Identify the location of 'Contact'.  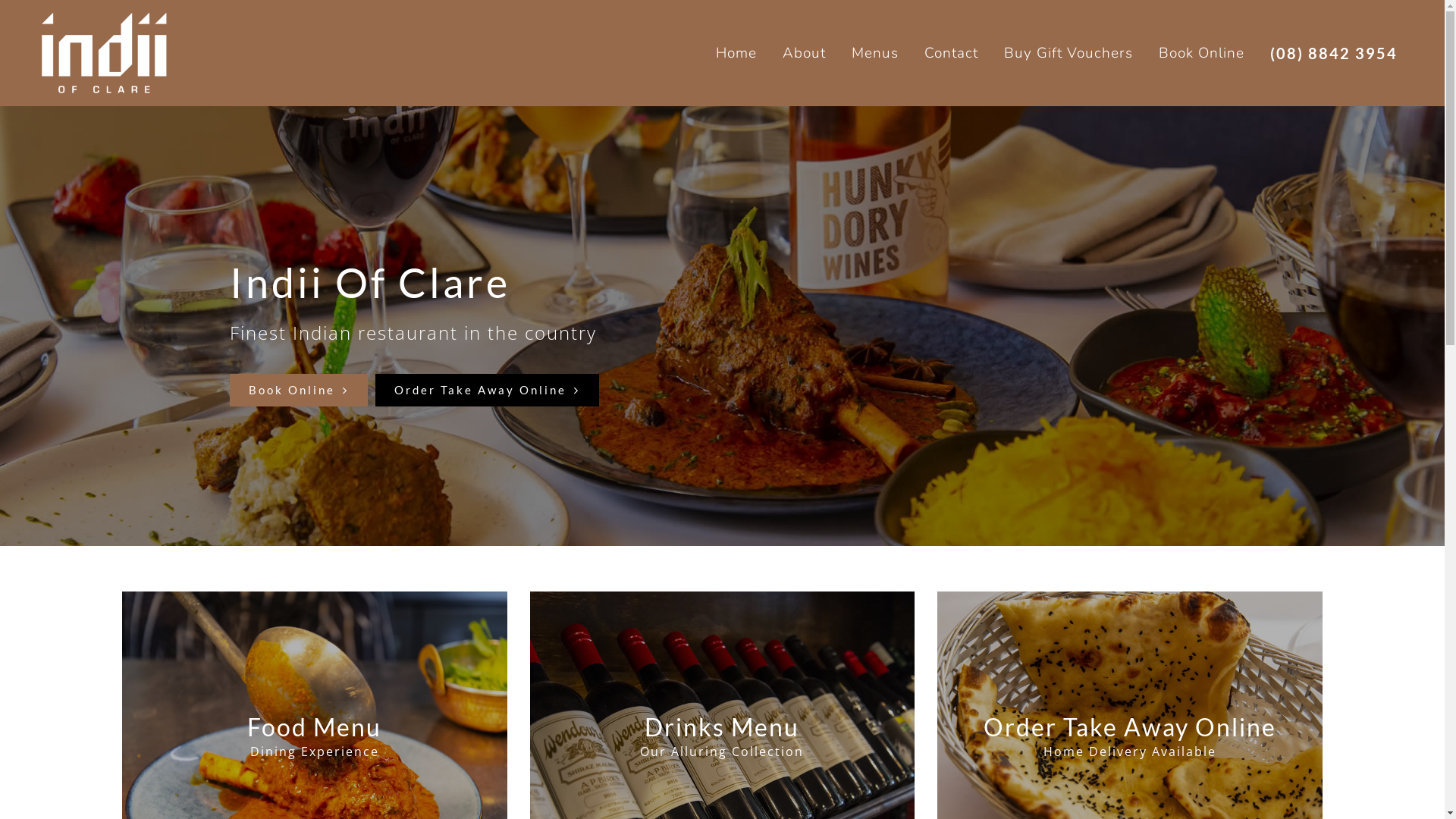
(950, 52).